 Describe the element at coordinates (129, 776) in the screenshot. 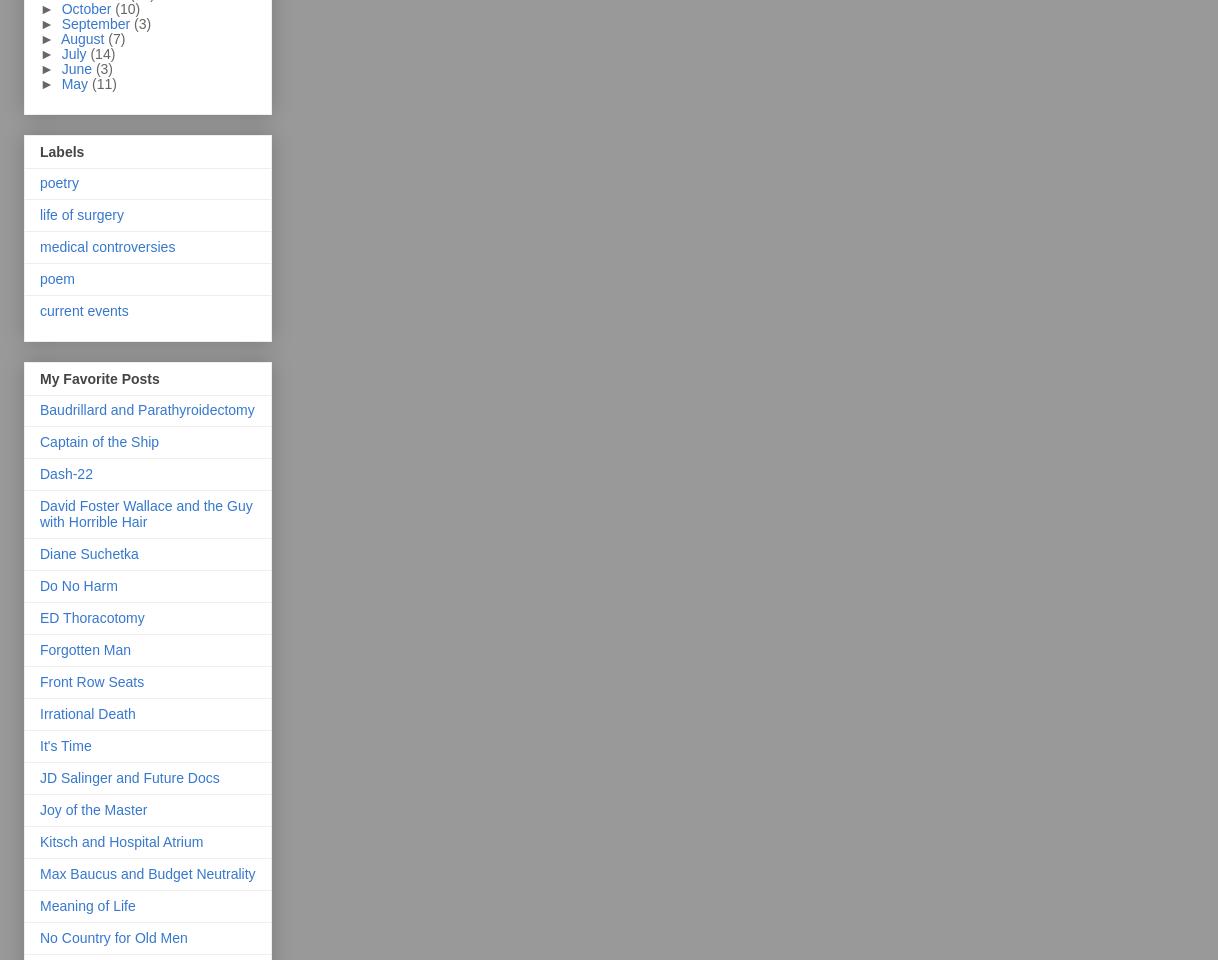

I see `'JD Salinger and Future Docs'` at that location.